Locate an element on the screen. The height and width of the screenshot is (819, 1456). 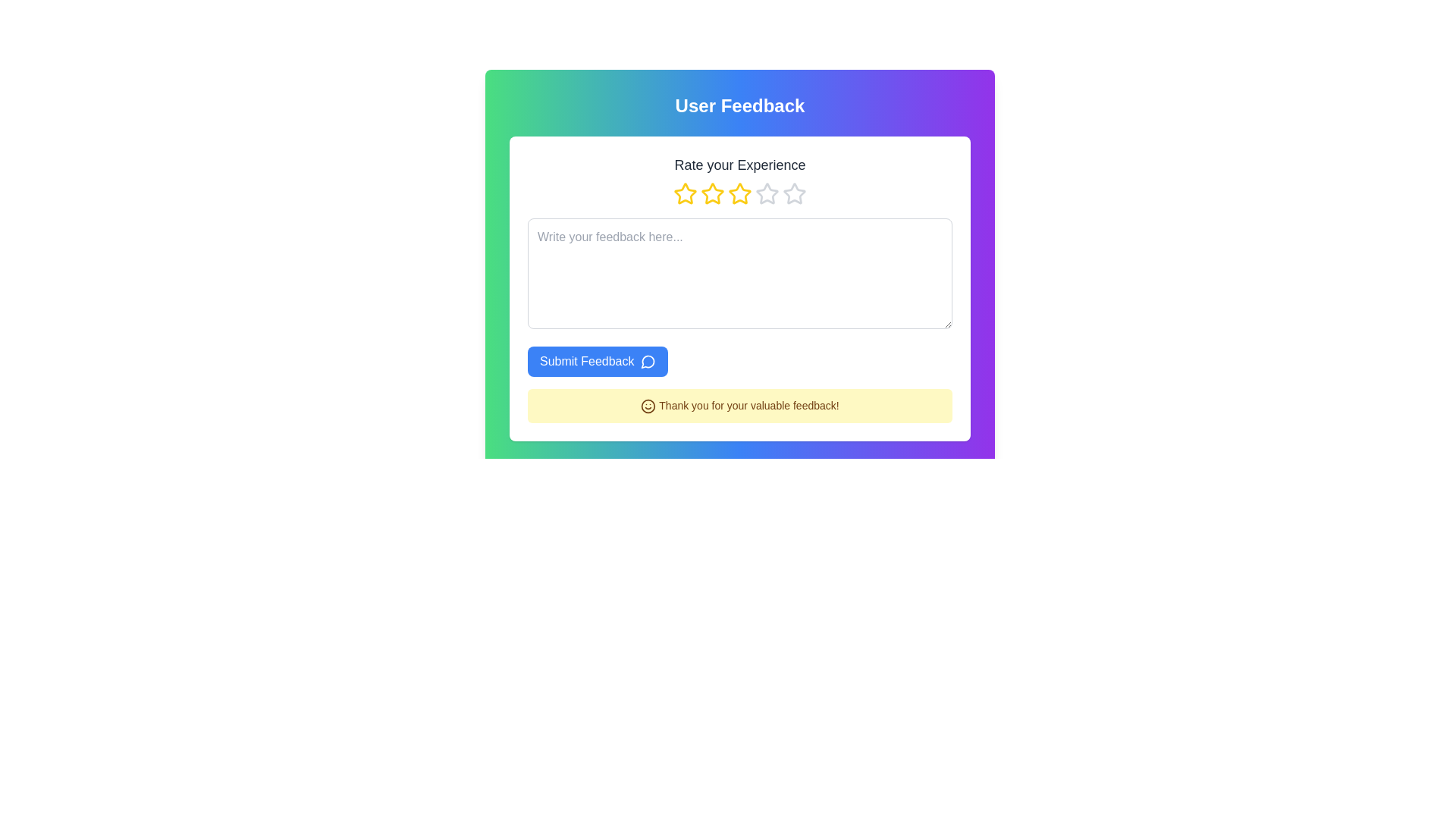
the feedback submission button located at the lower-center of the white card interface beneath the 'Rate your Experience' title is located at coordinates (596, 362).